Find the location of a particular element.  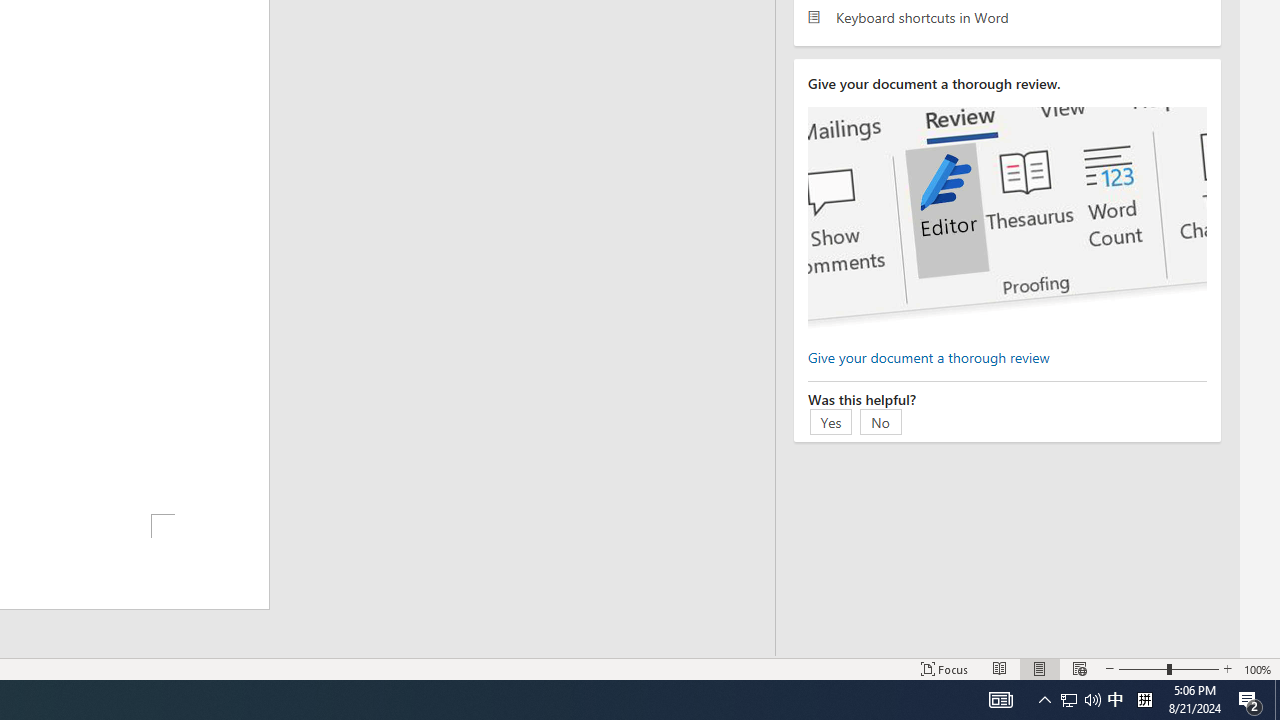

'Zoom' is located at coordinates (1168, 669).